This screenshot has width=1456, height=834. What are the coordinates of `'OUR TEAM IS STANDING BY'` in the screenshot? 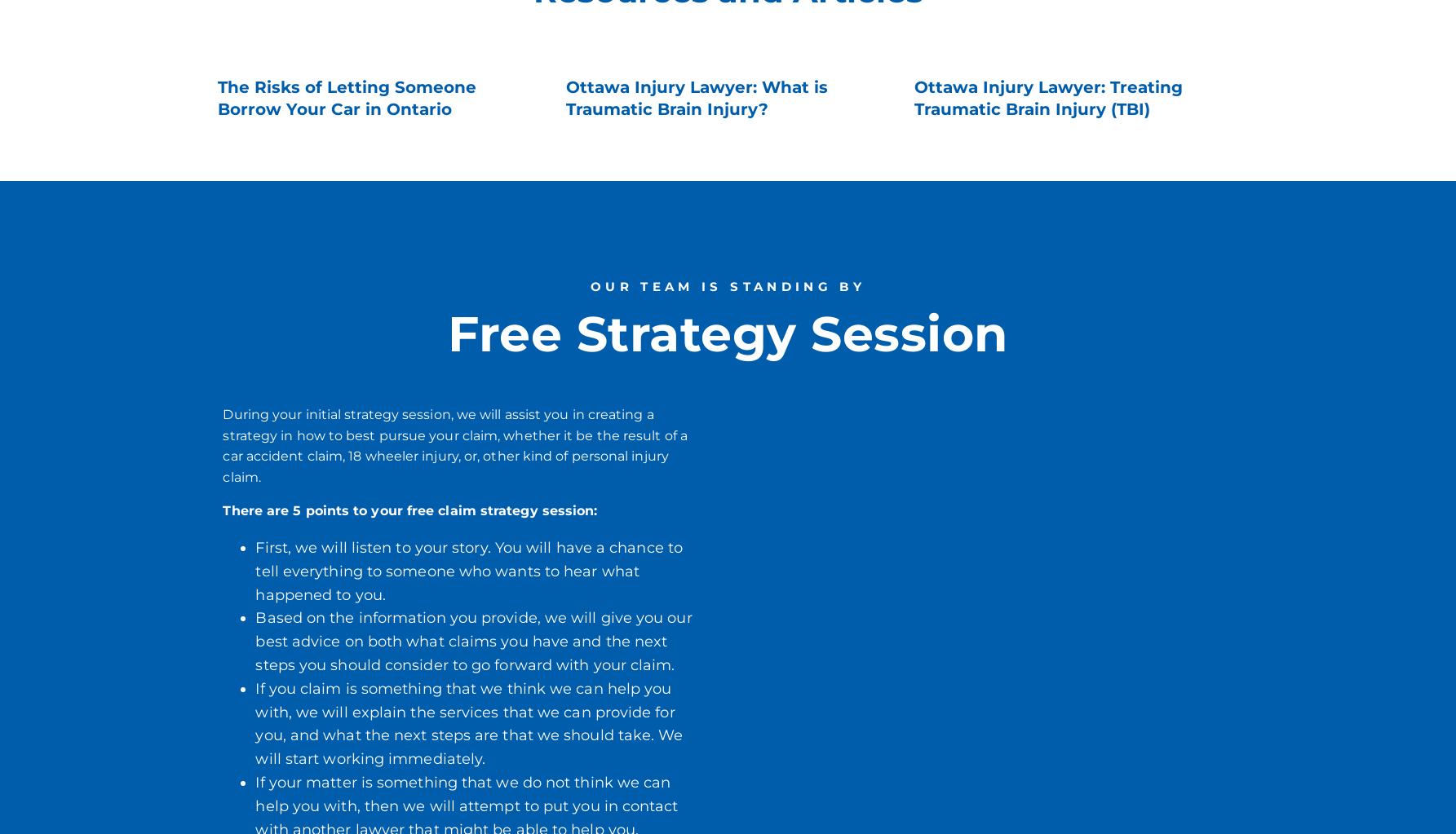 It's located at (727, 285).